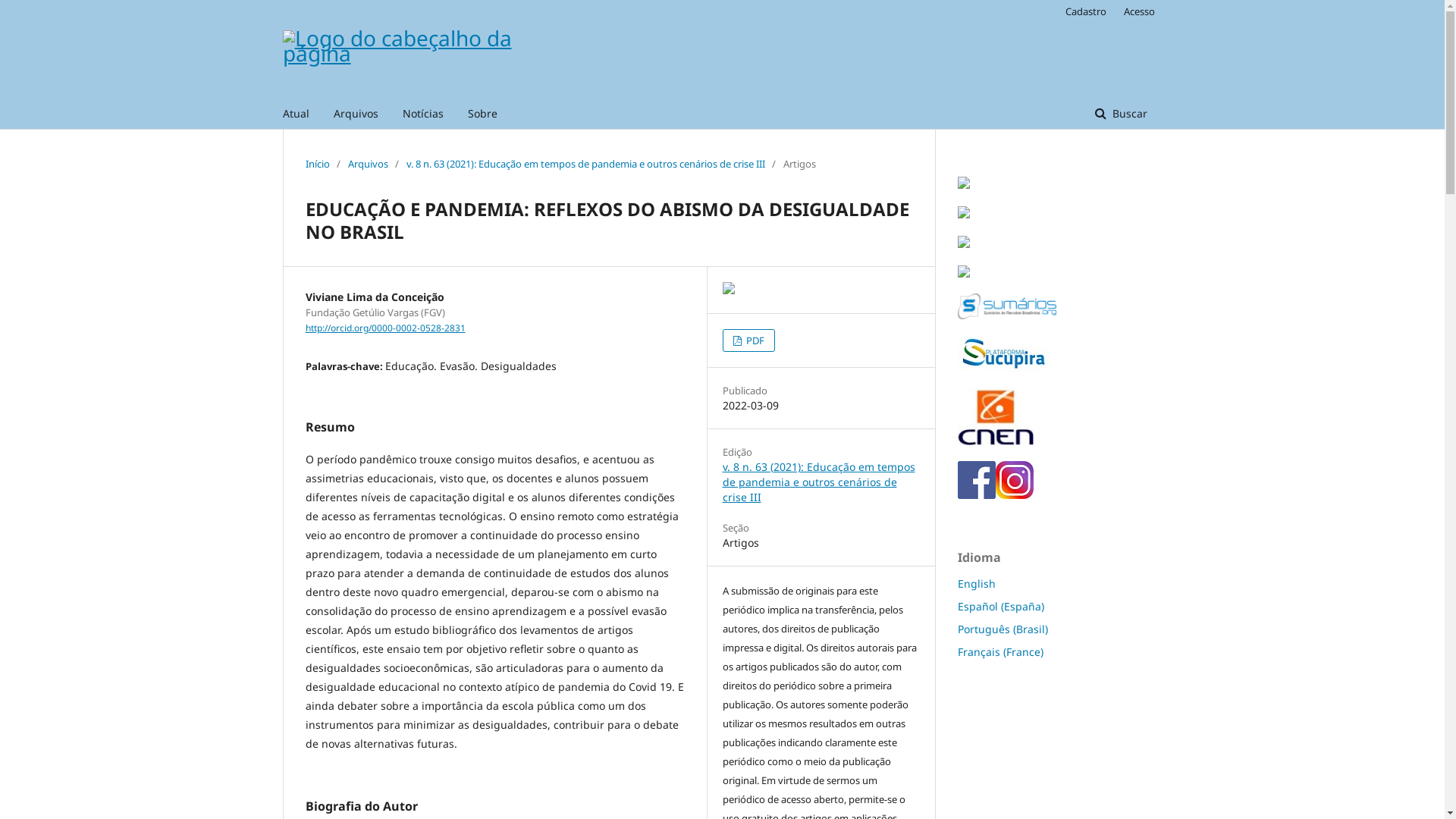 The image size is (1456, 819). What do you see at coordinates (748, 339) in the screenshot?
I see `'PDF'` at bounding box center [748, 339].